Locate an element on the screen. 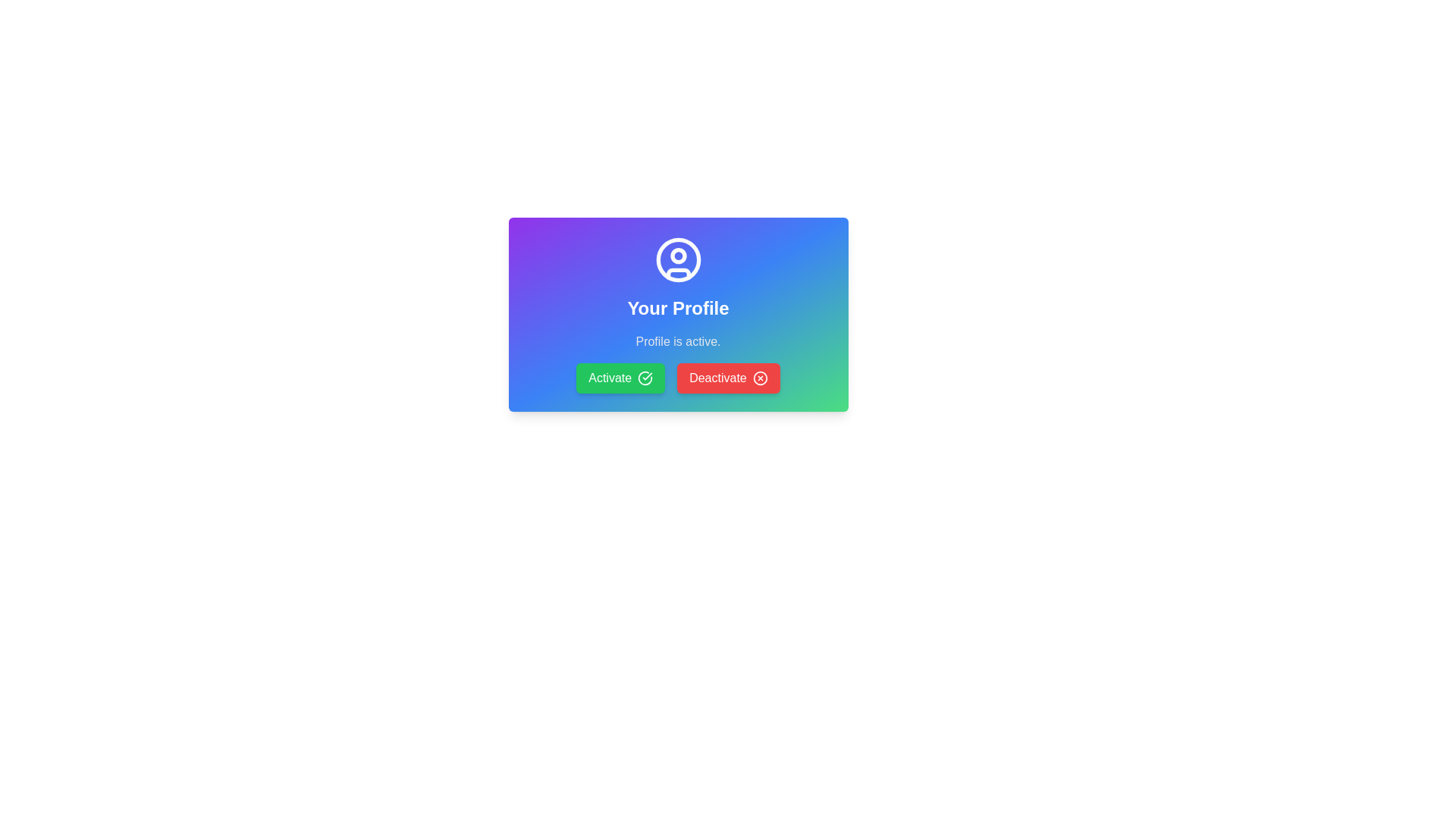  the informative message text that communicates the current status of the user's profile, which is located beneath the 'Your Profile' header and above the 'Activate' and 'Deactivate' buttons is located at coordinates (677, 342).